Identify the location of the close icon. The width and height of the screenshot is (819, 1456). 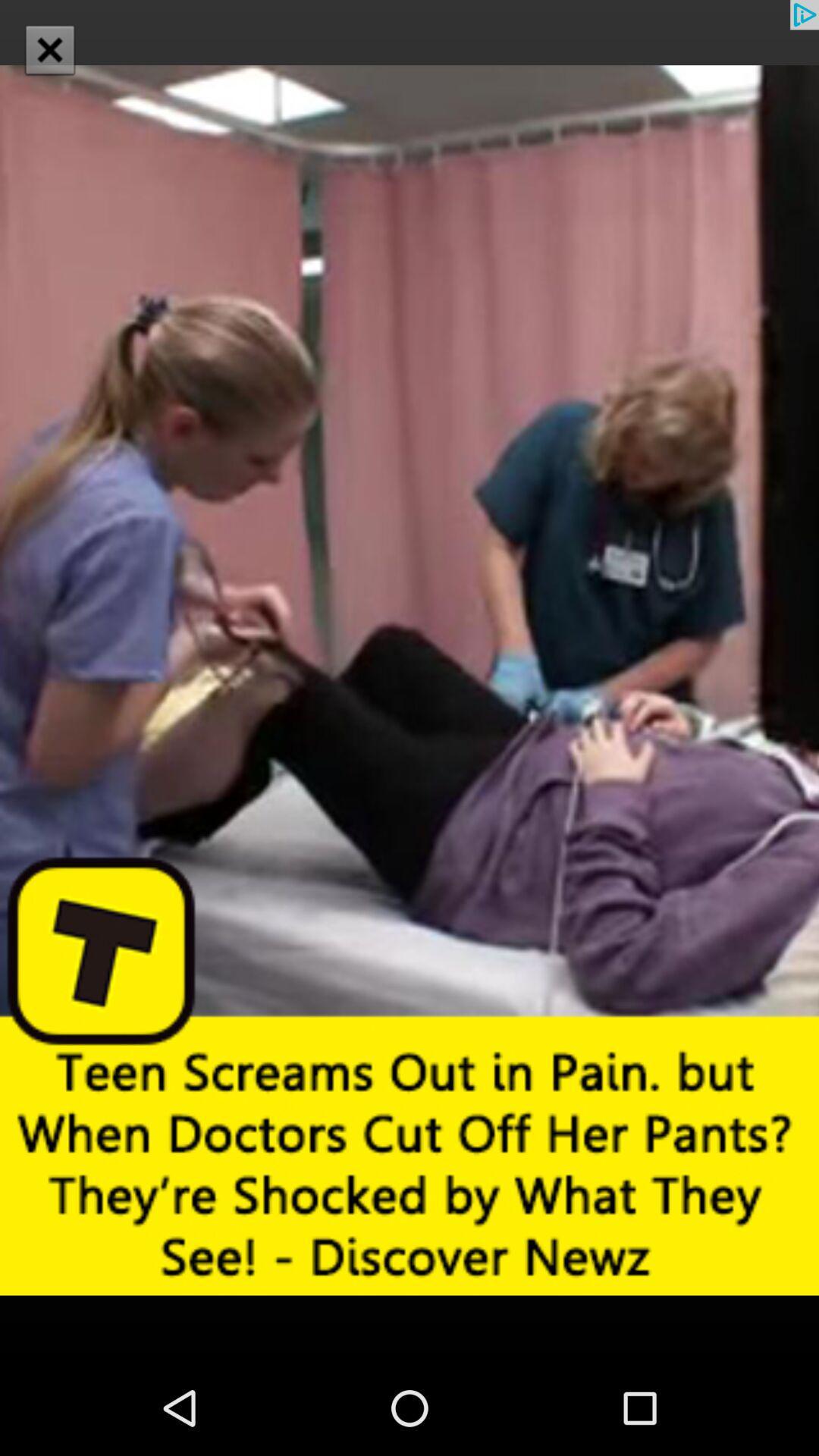
(49, 53).